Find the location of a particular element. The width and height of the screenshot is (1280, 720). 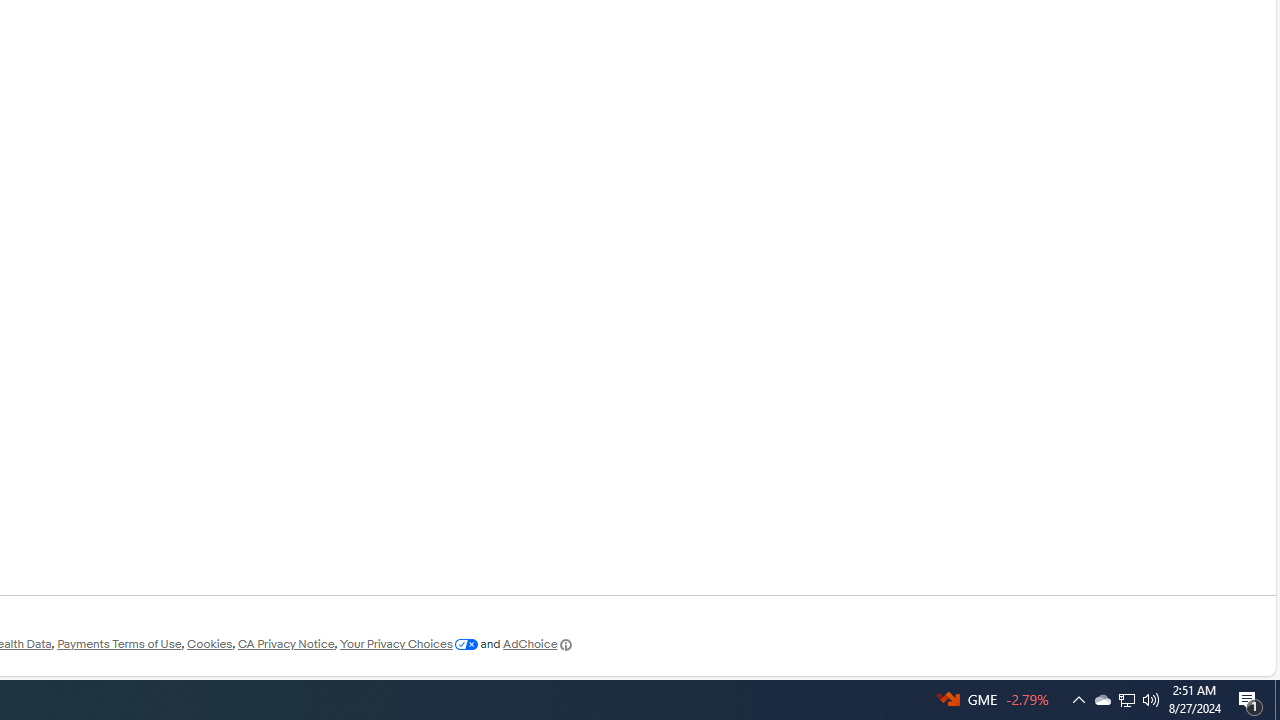

'CA Privacy Notice' is located at coordinates (285, 644).